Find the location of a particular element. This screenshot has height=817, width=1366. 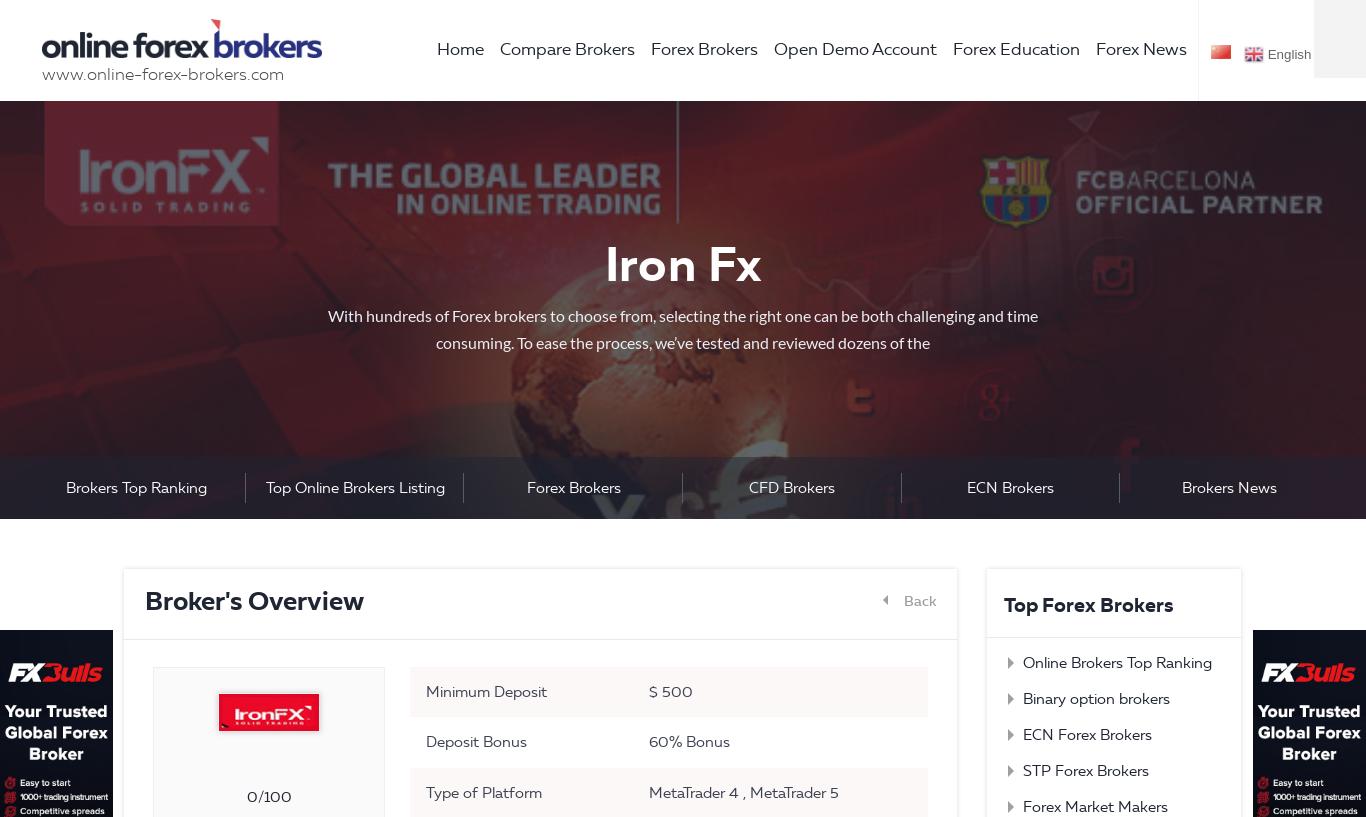

'STP Forex Brokers' is located at coordinates (1022, 770).